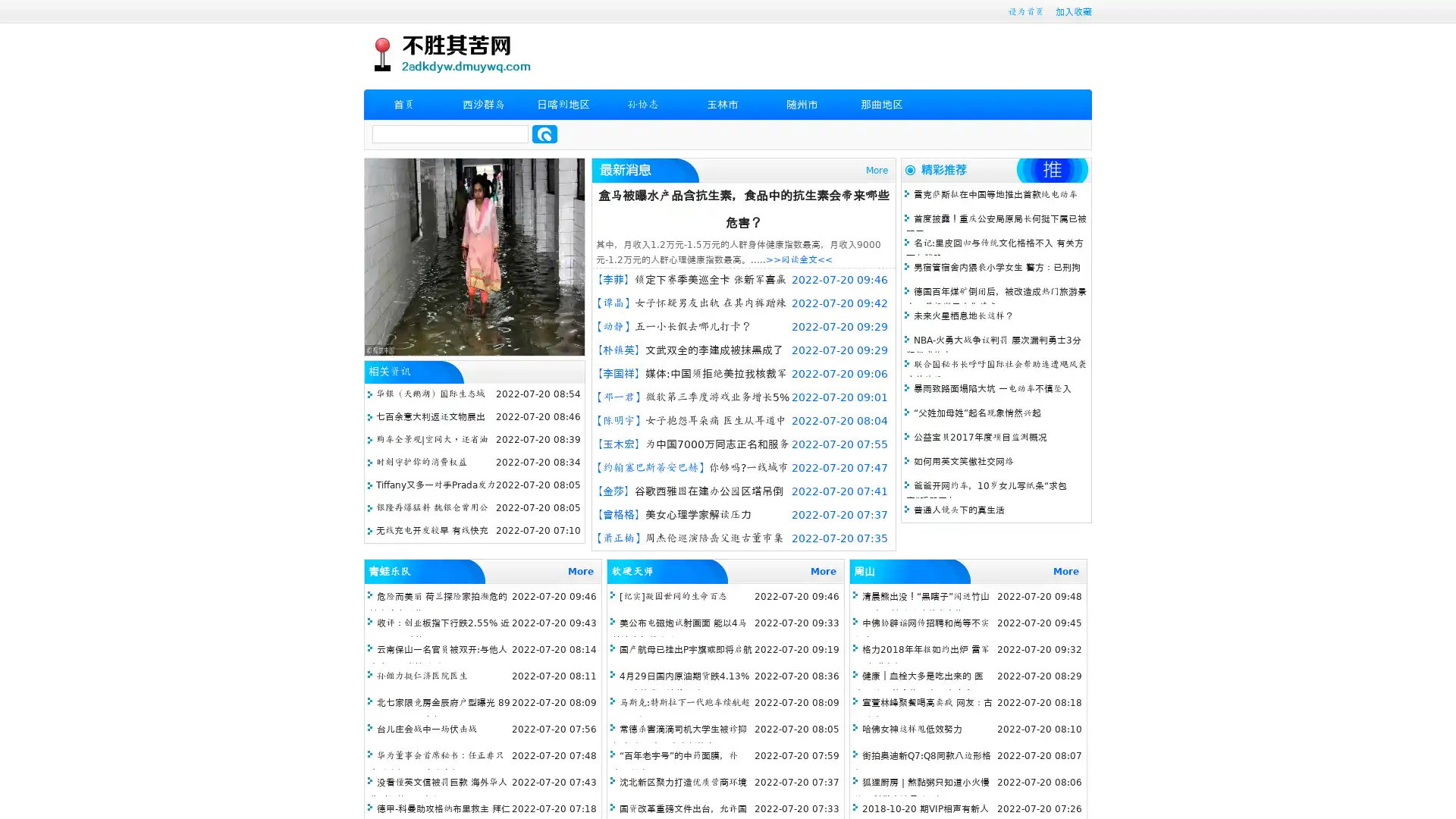 This screenshot has width=1456, height=819. I want to click on Search, so click(544, 133).